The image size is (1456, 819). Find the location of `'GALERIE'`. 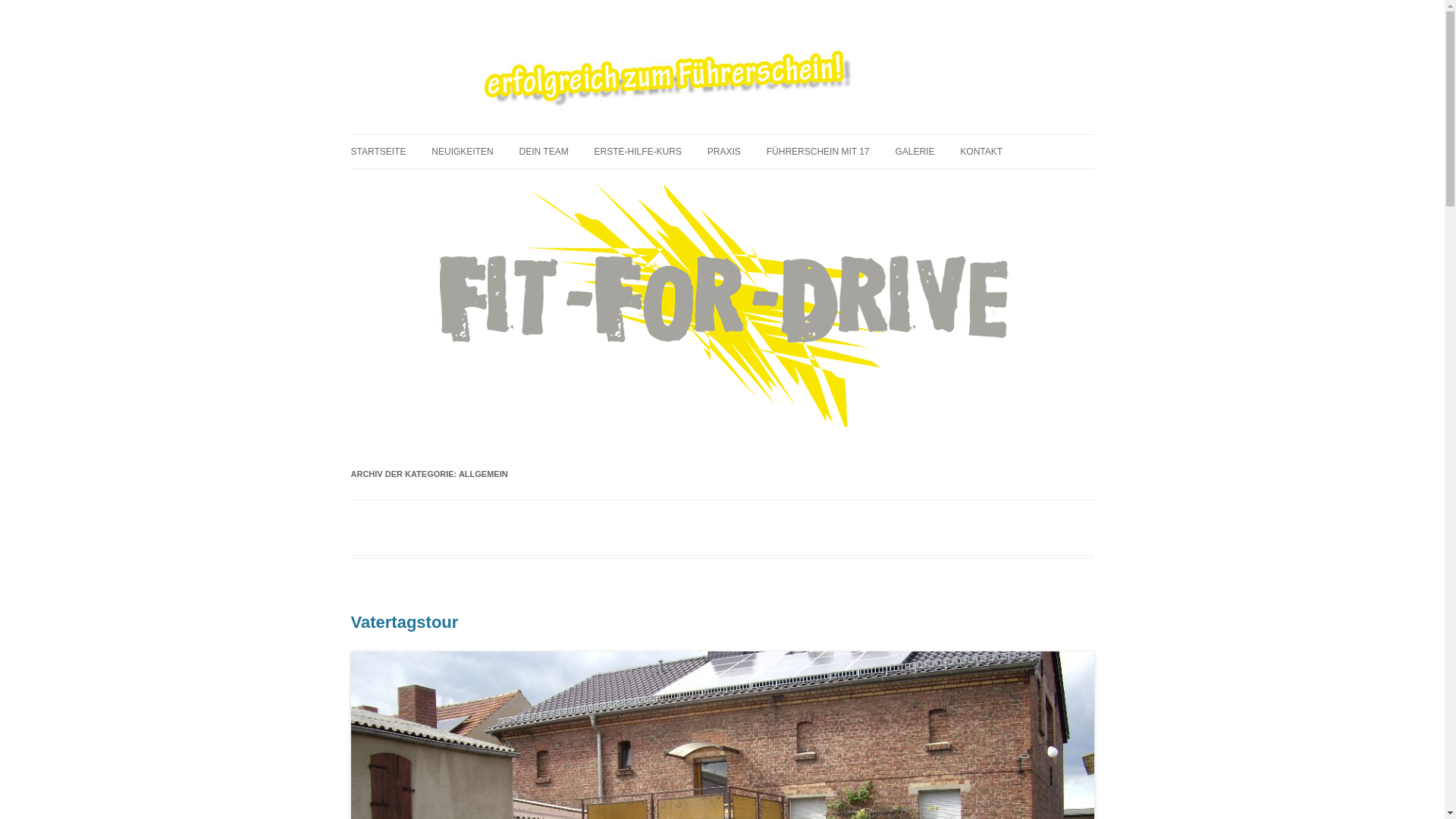

'GALERIE' is located at coordinates (895, 152).